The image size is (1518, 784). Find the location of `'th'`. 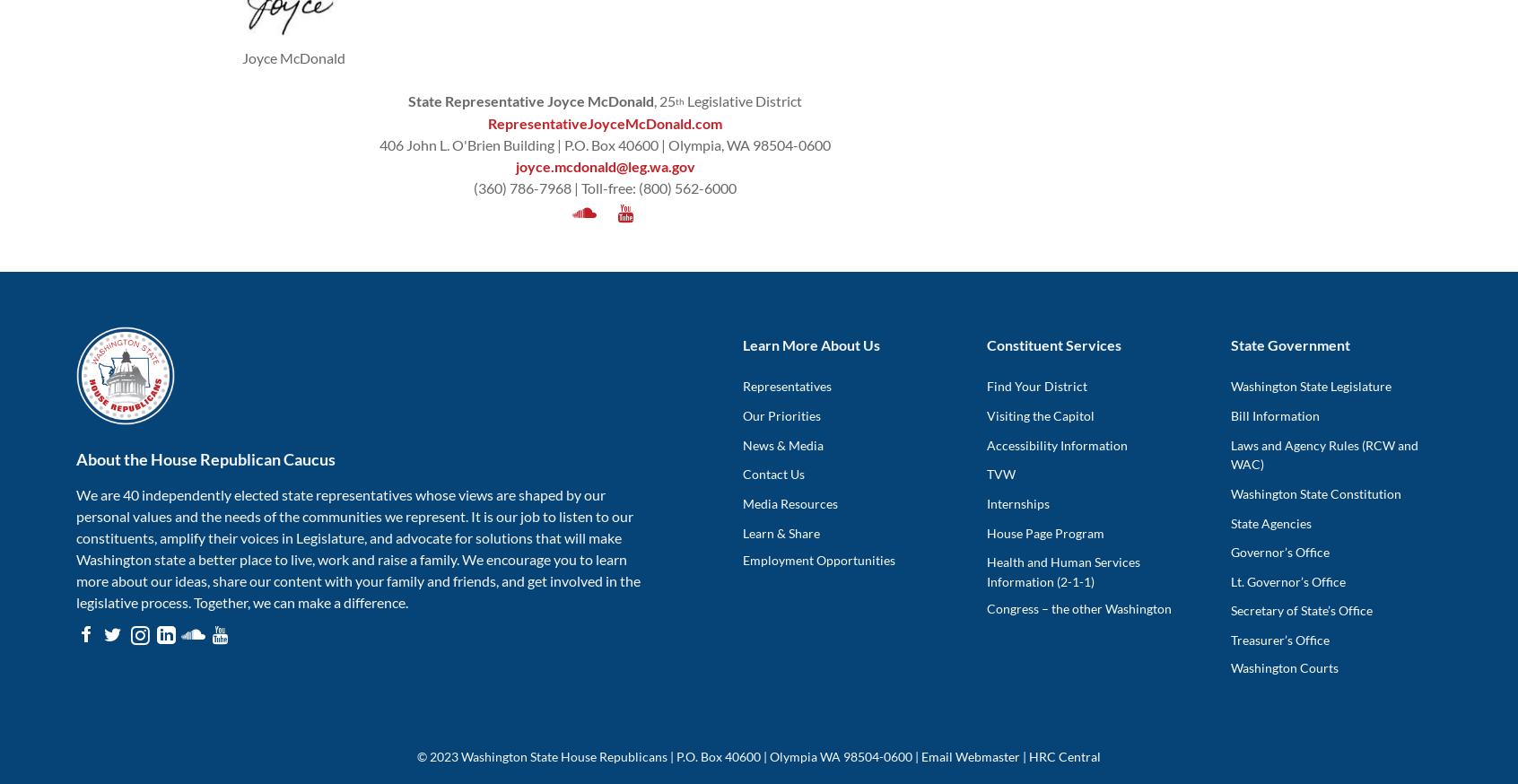

'th' is located at coordinates (679, 101).